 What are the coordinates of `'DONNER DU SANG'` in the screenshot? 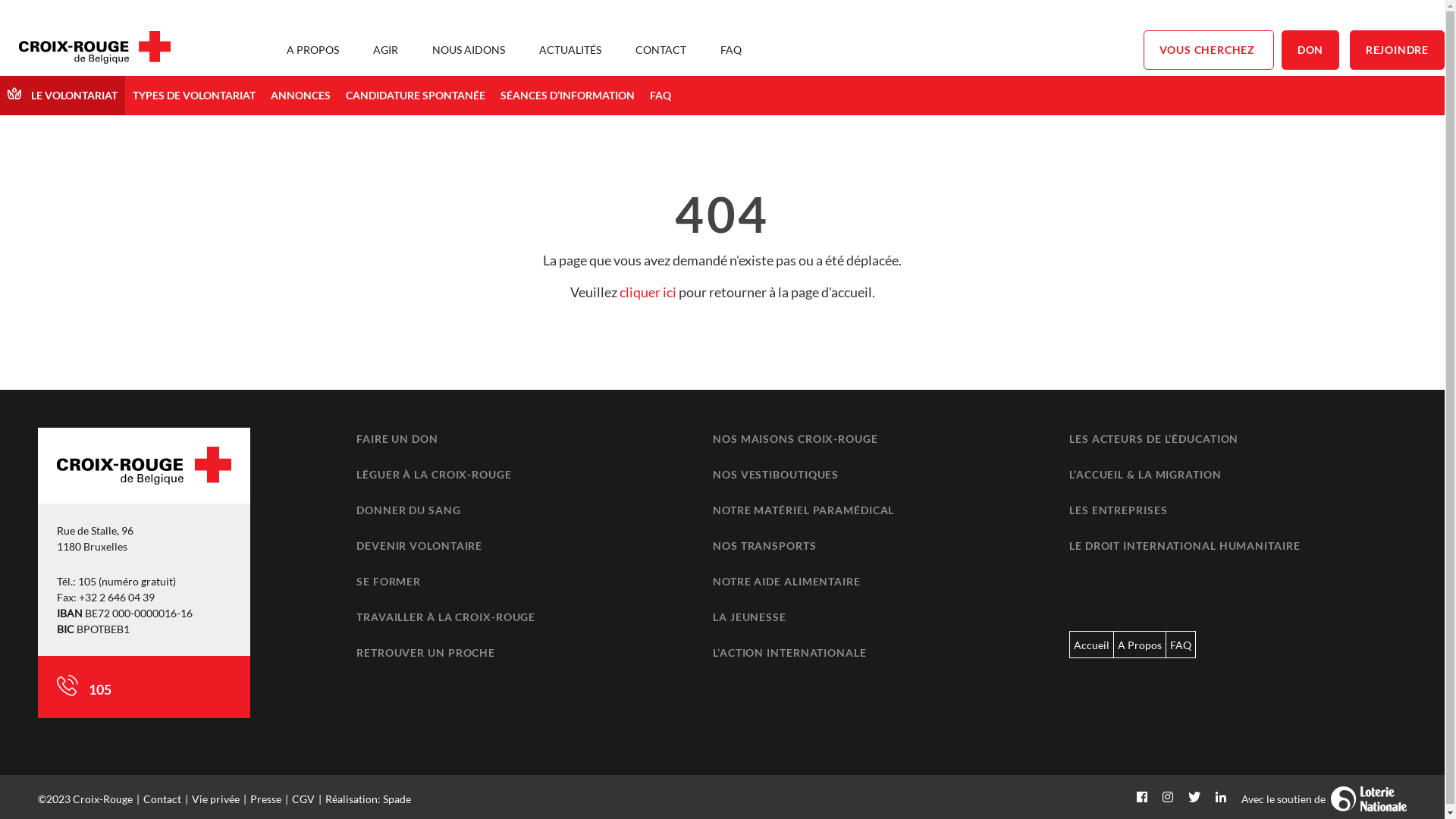 It's located at (408, 510).